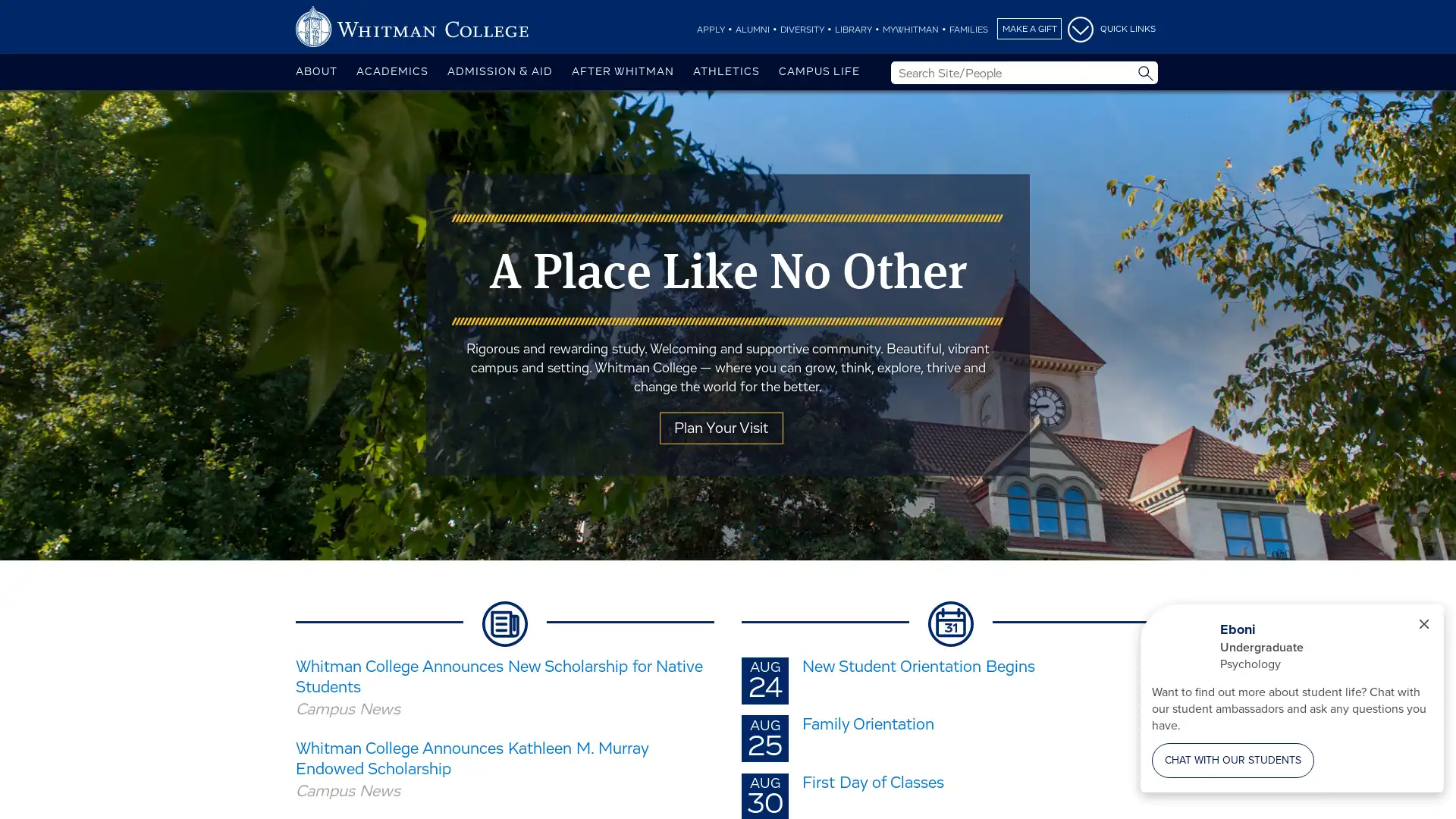 This screenshot has width=1456, height=819. I want to click on People, so click(1195, 72).